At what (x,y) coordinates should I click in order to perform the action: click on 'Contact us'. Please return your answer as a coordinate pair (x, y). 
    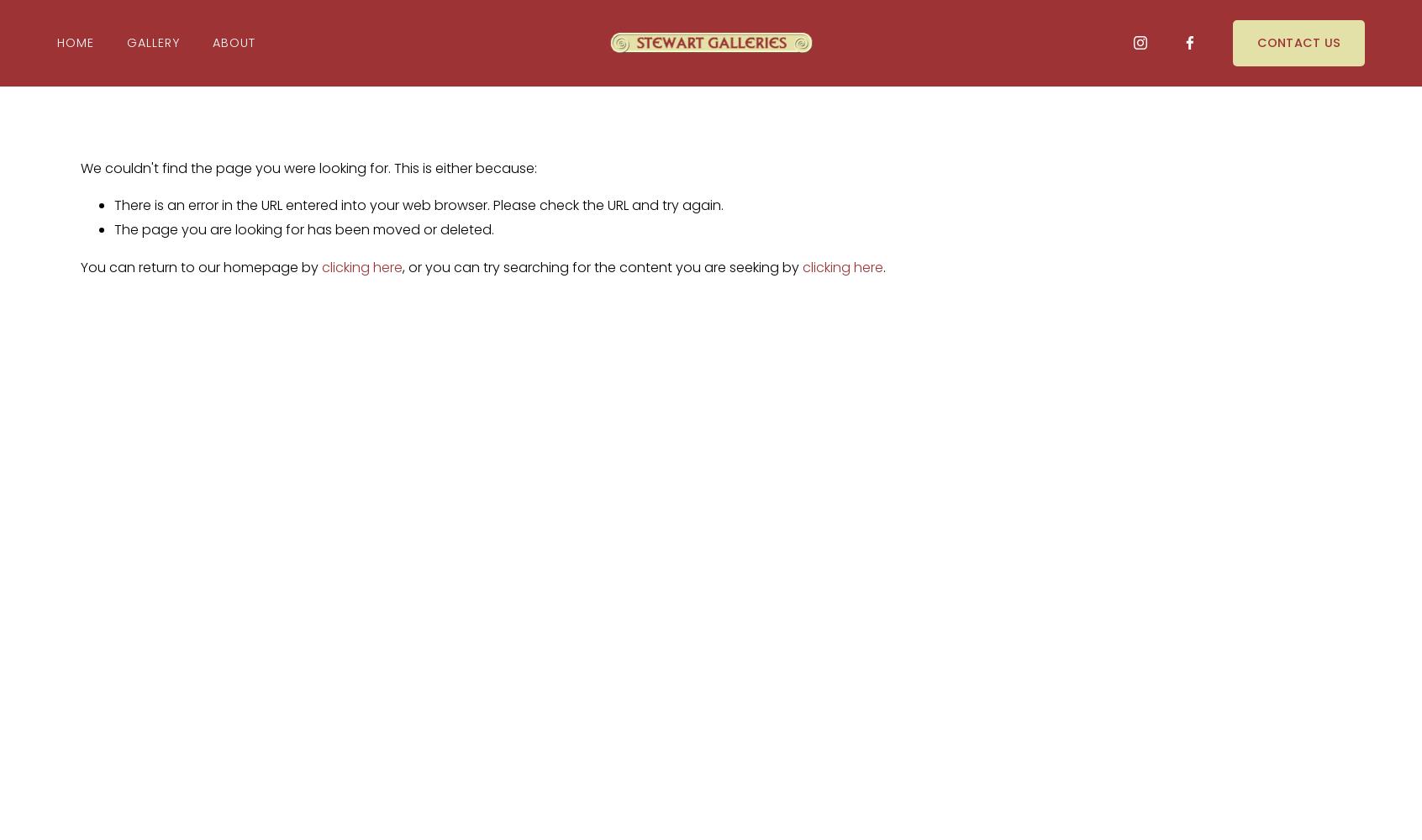
    Looking at the image, I should click on (1298, 42).